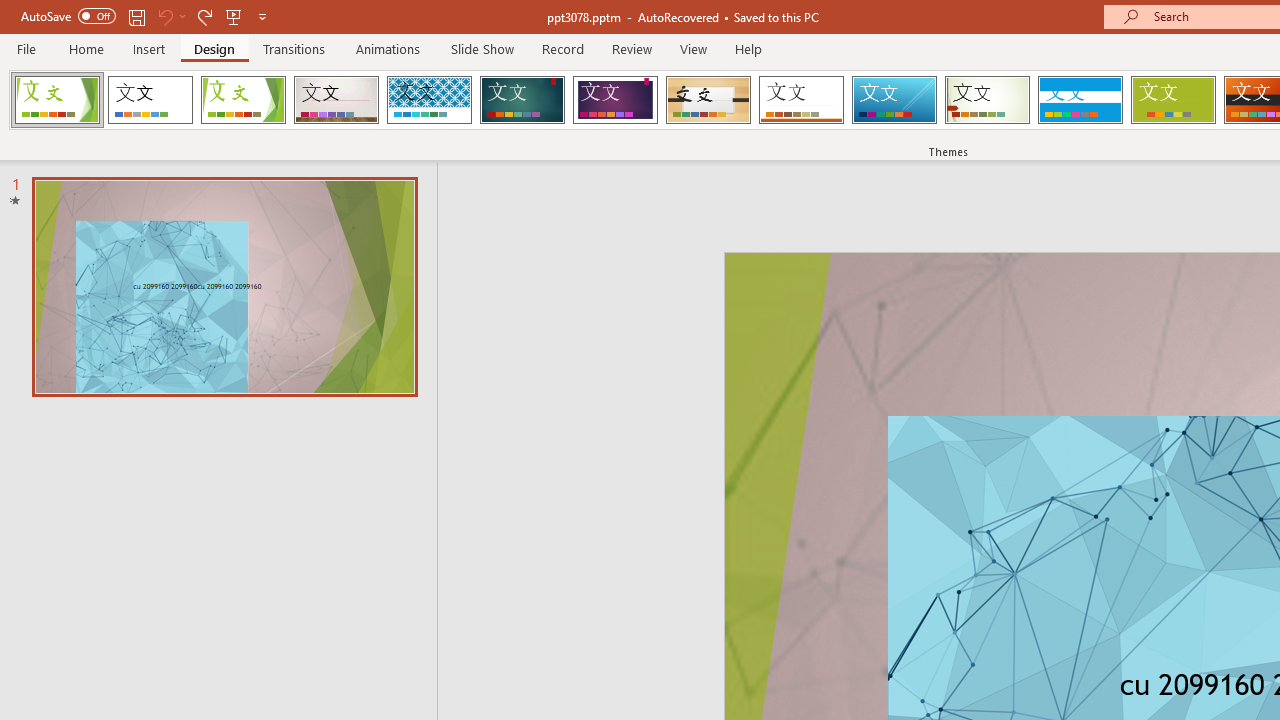 The height and width of the screenshot is (720, 1280). Describe the element at coordinates (987, 100) in the screenshot. I see `'Wisp Loading Preview...'` at that location.